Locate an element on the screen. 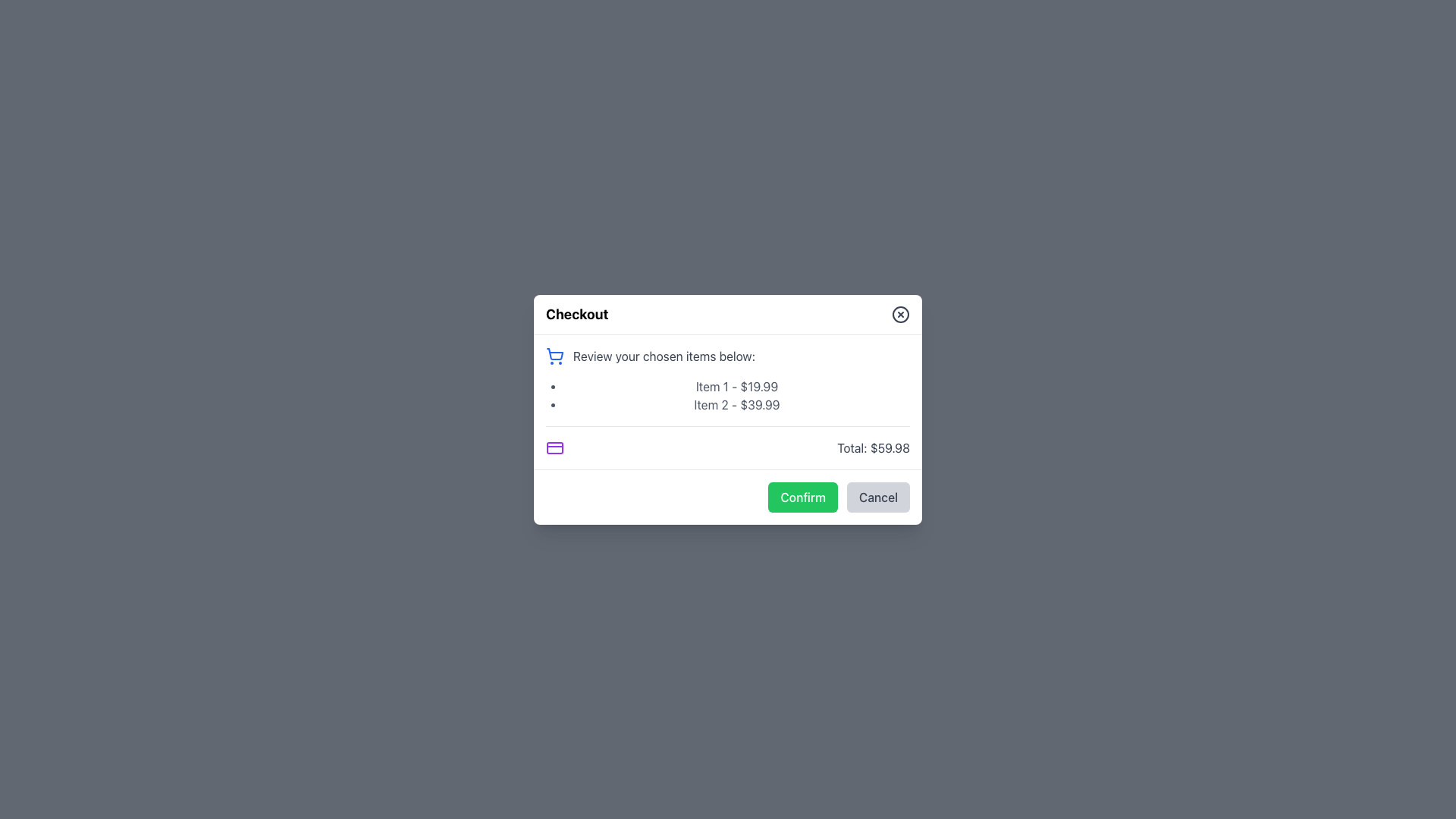 The width and height of the screenshot is (1456, 819). the Icon Rectangle, which is a rectangular SVG element with rounded corners representing a payment method, located in the center of the credit card icon is located at coordinates (554, 447).